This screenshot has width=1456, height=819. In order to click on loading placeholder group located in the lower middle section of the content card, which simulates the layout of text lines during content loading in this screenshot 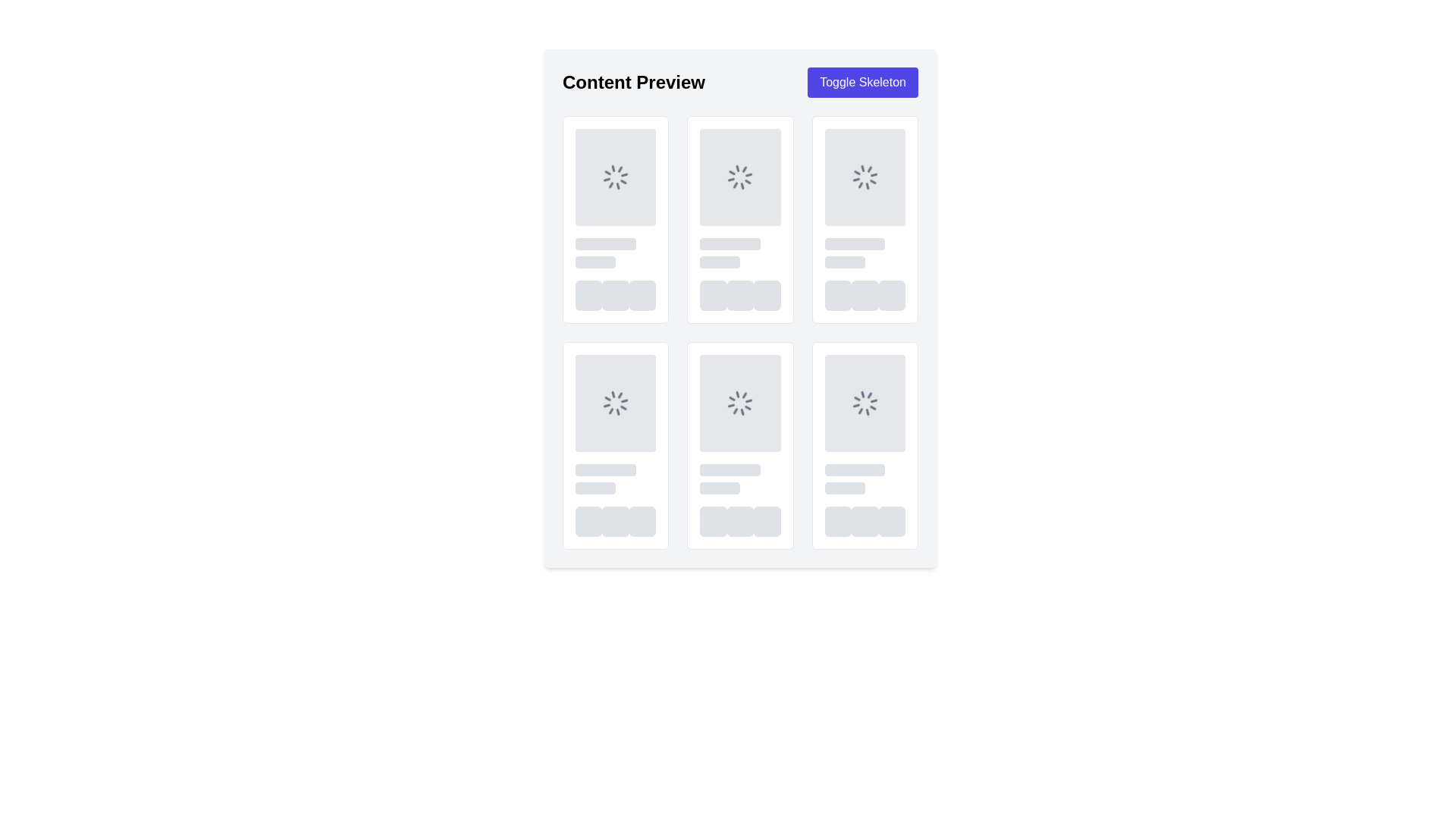, I will do `click(616, 253)`.